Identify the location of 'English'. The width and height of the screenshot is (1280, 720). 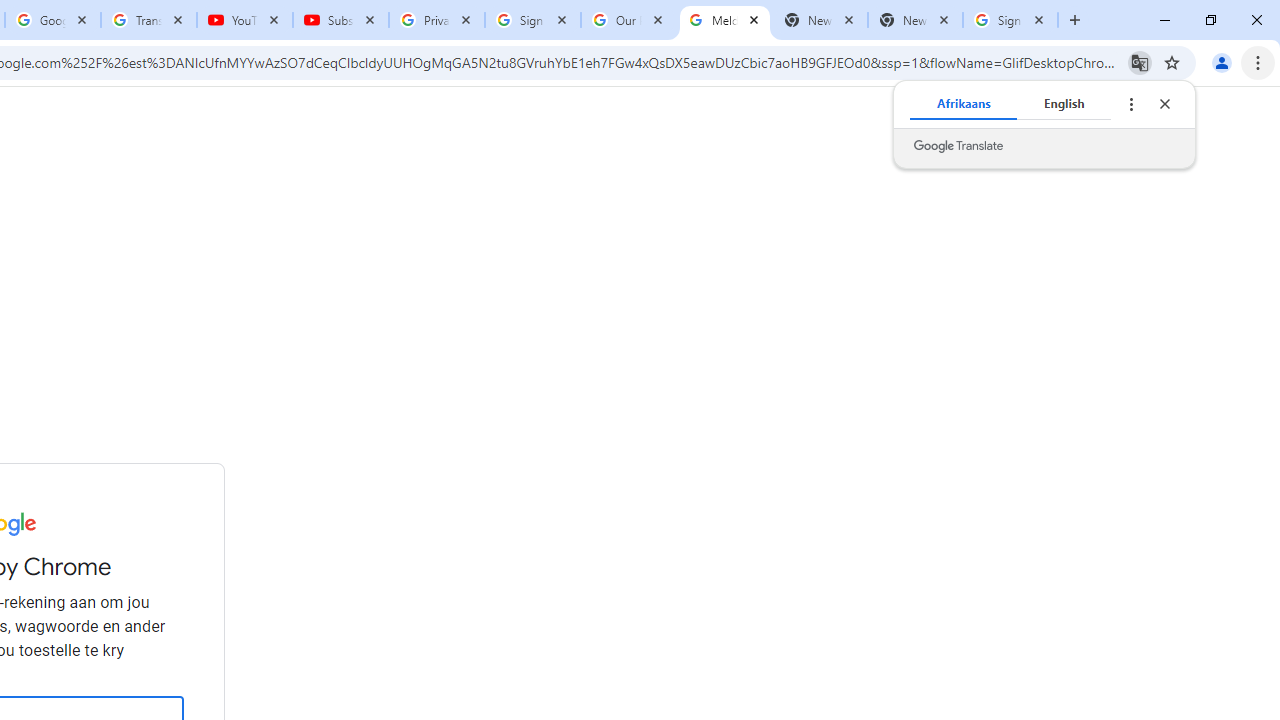
(1063, 104).